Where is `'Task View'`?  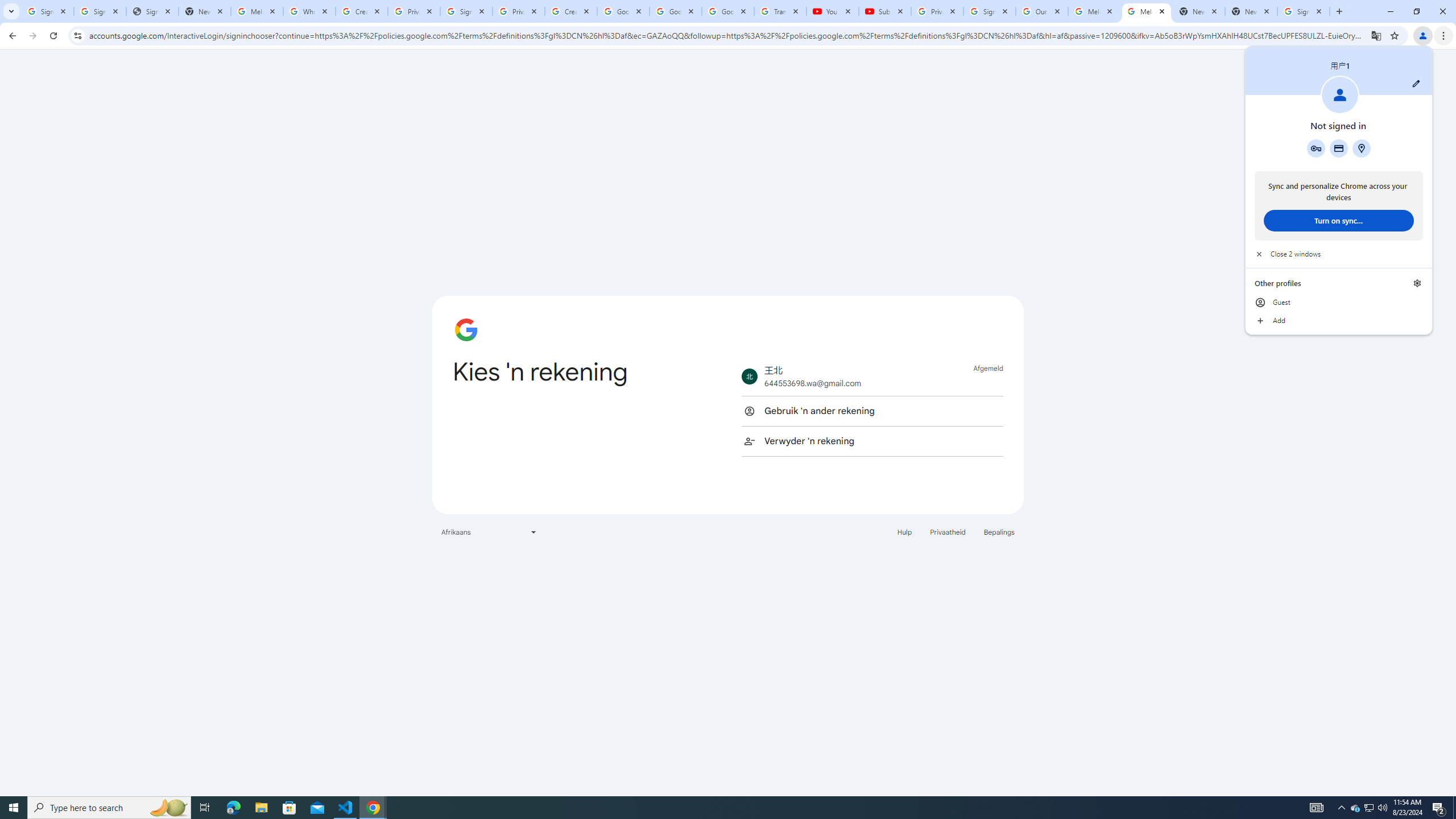
'Task View' is located at coordinates (204, 806).